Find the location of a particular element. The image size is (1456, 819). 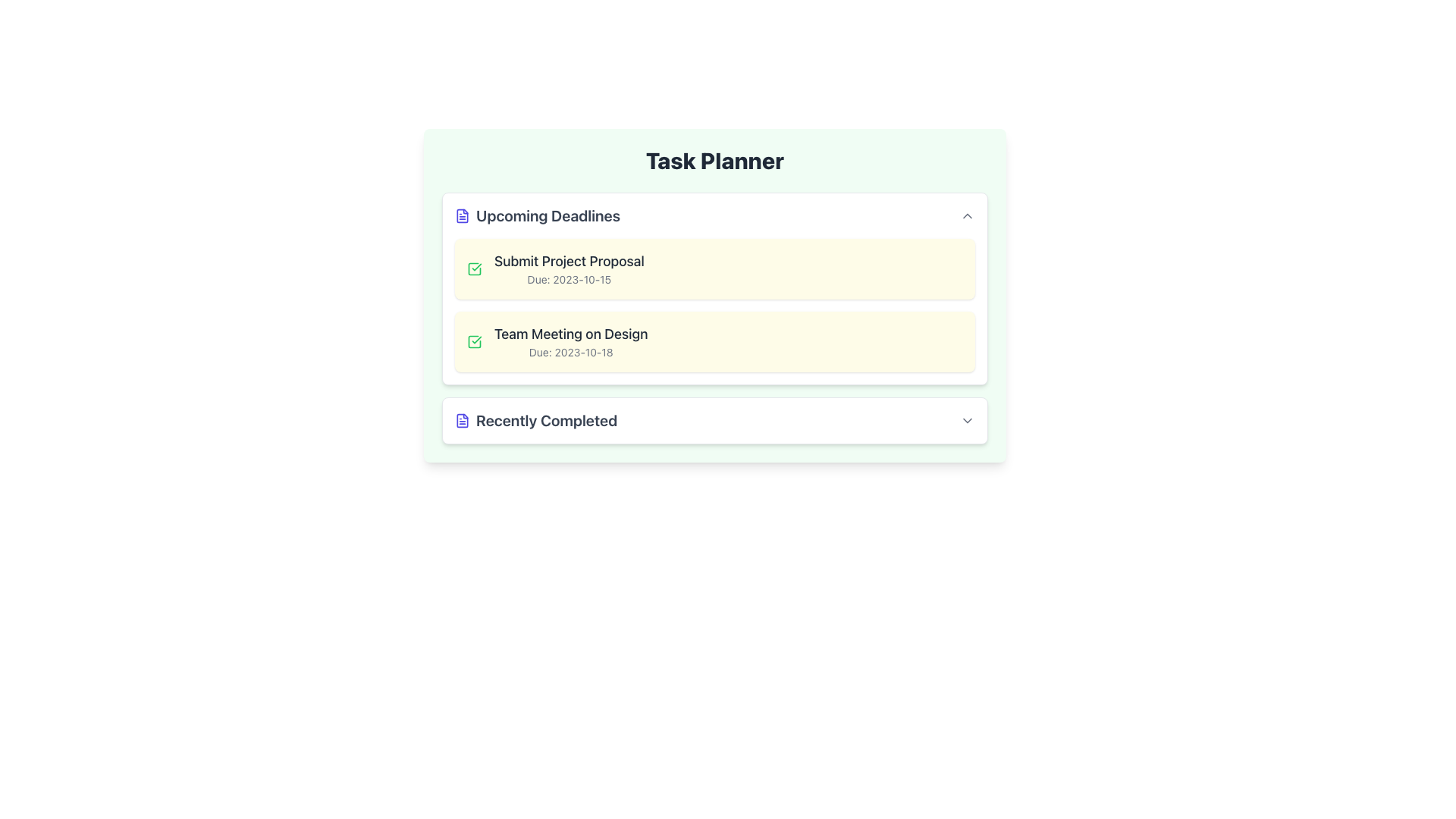

text label that serves as the title of the second task in the 'Upcoming Deadlines' section of the 'Task Planner' interface, which is positioned above its due date and next to a checkbox icon is located at coordinates (570, 333).